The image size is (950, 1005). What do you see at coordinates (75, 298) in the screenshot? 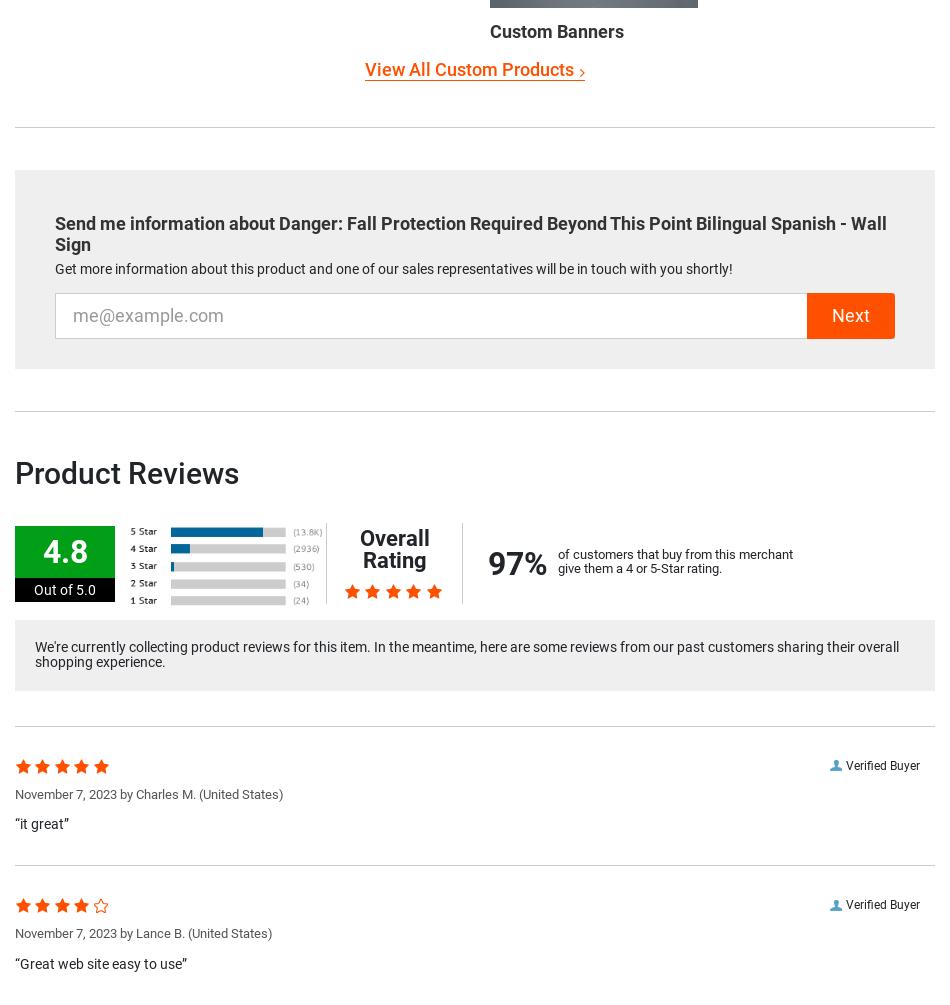
I see `'Email:'` at bounding box center [75, 298].